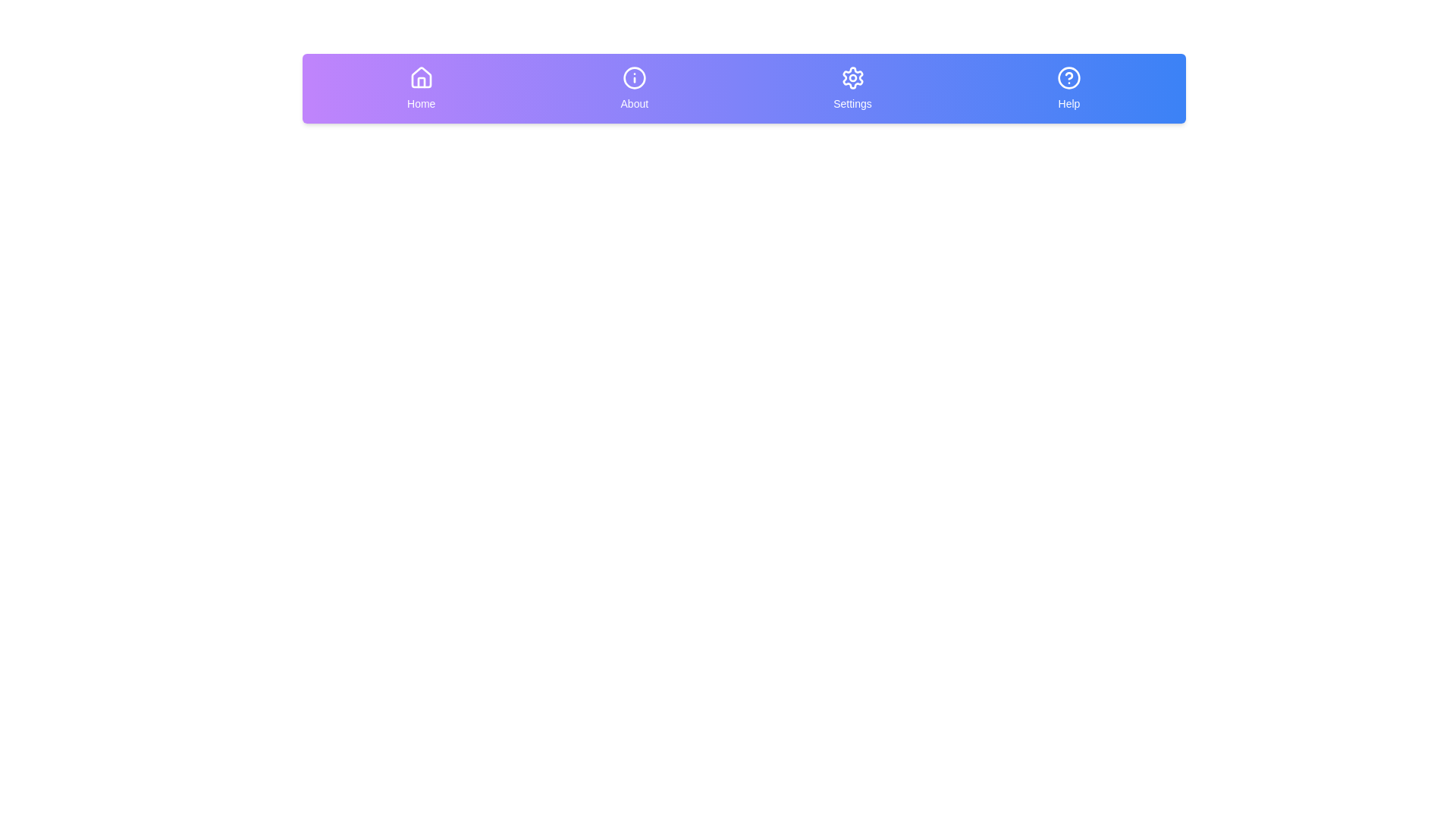 The image size is (1456, 819). What do you see at coordinates (852, 78) in the screenshot?
I see `the gear-shaped settings icon with a white outline and blue background located in the top navigation bar to potentially reveal additional information` at bounding box center [852, 78].